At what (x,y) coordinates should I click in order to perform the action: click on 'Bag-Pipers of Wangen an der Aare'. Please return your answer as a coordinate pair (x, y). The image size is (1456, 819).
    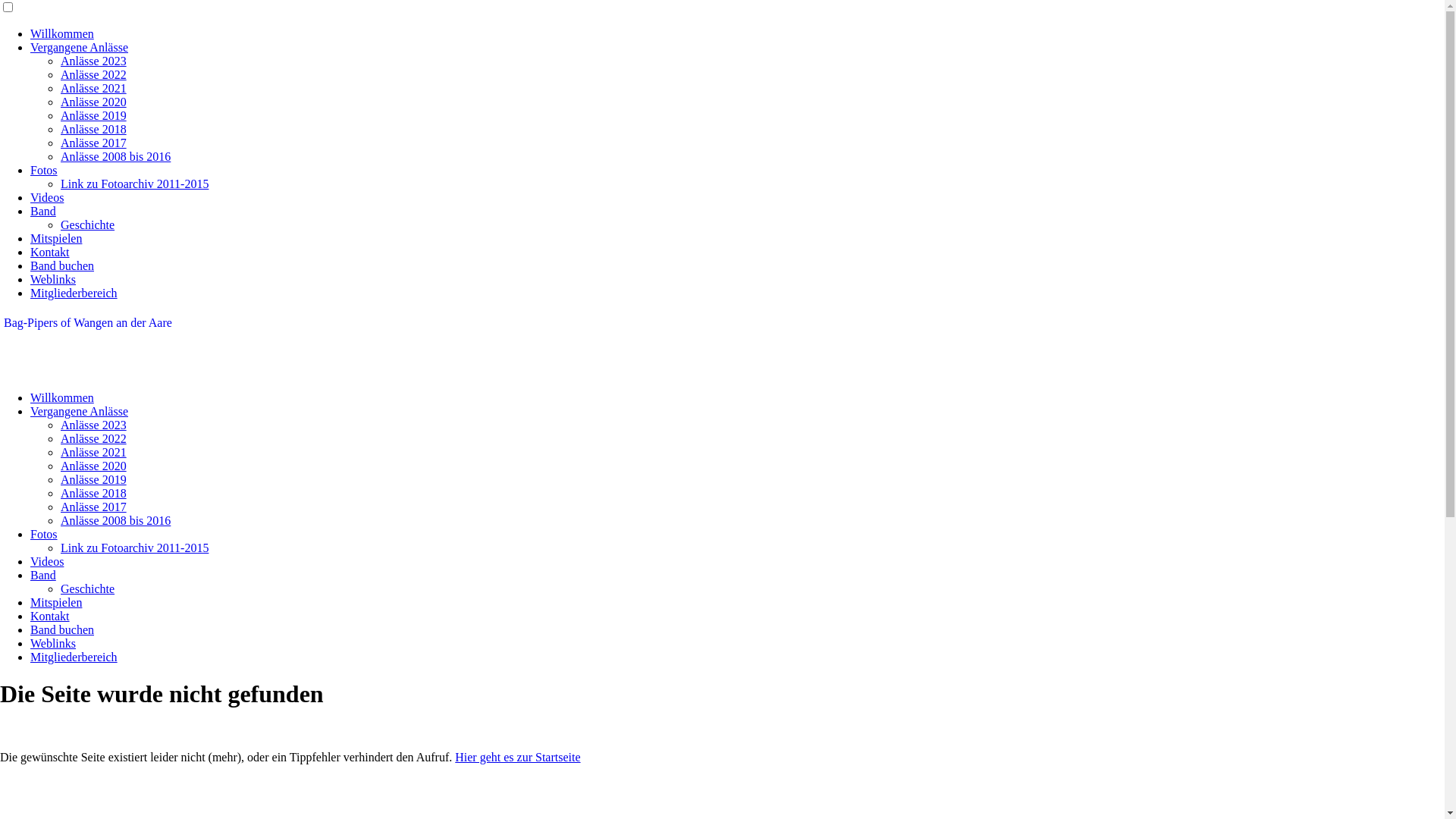
    Looking at the image, I should click on (3, 322).